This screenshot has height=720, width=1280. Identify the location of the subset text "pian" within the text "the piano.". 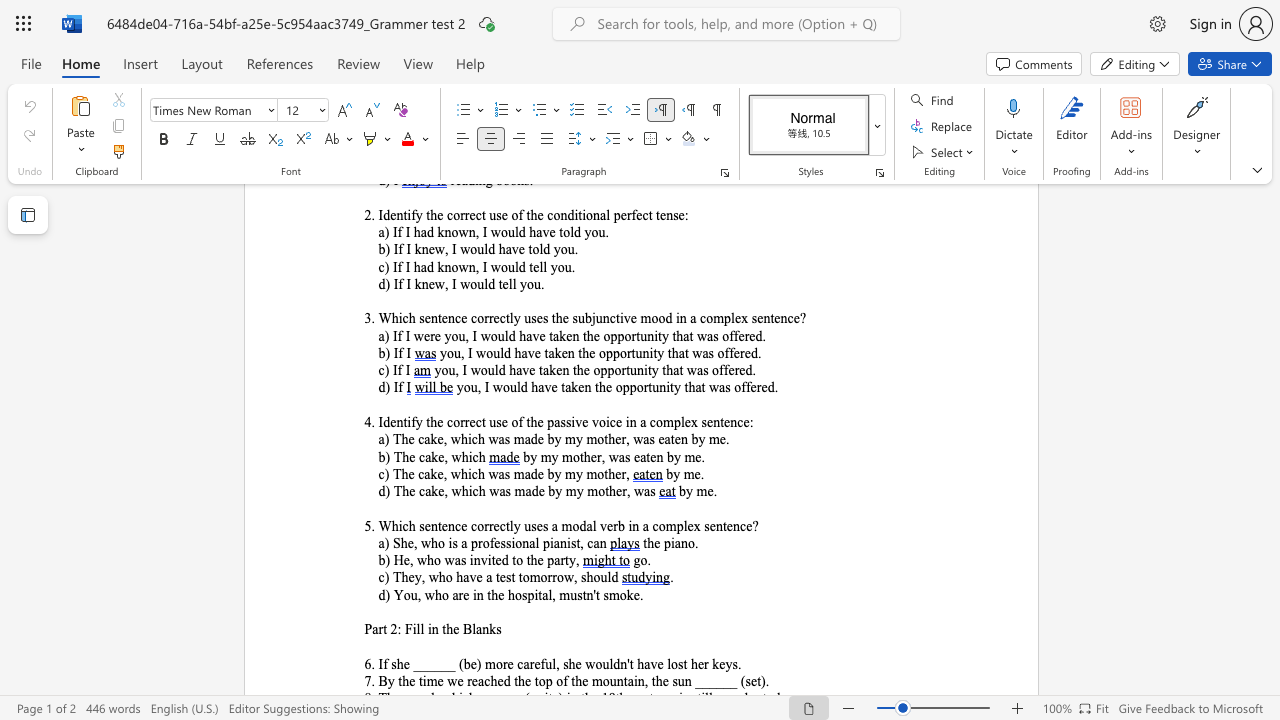
(663, 543).